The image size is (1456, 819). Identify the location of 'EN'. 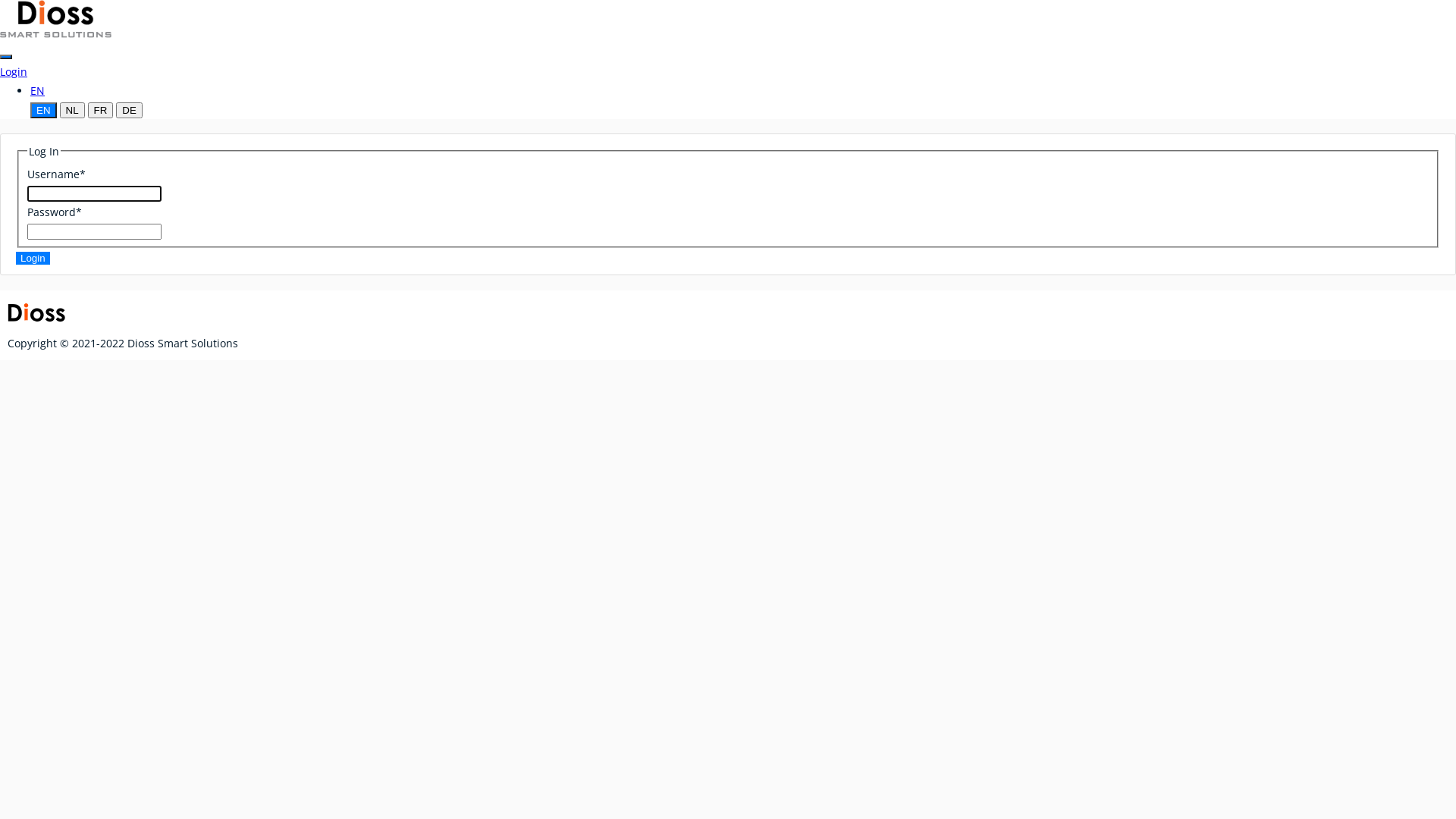
(43, 109).